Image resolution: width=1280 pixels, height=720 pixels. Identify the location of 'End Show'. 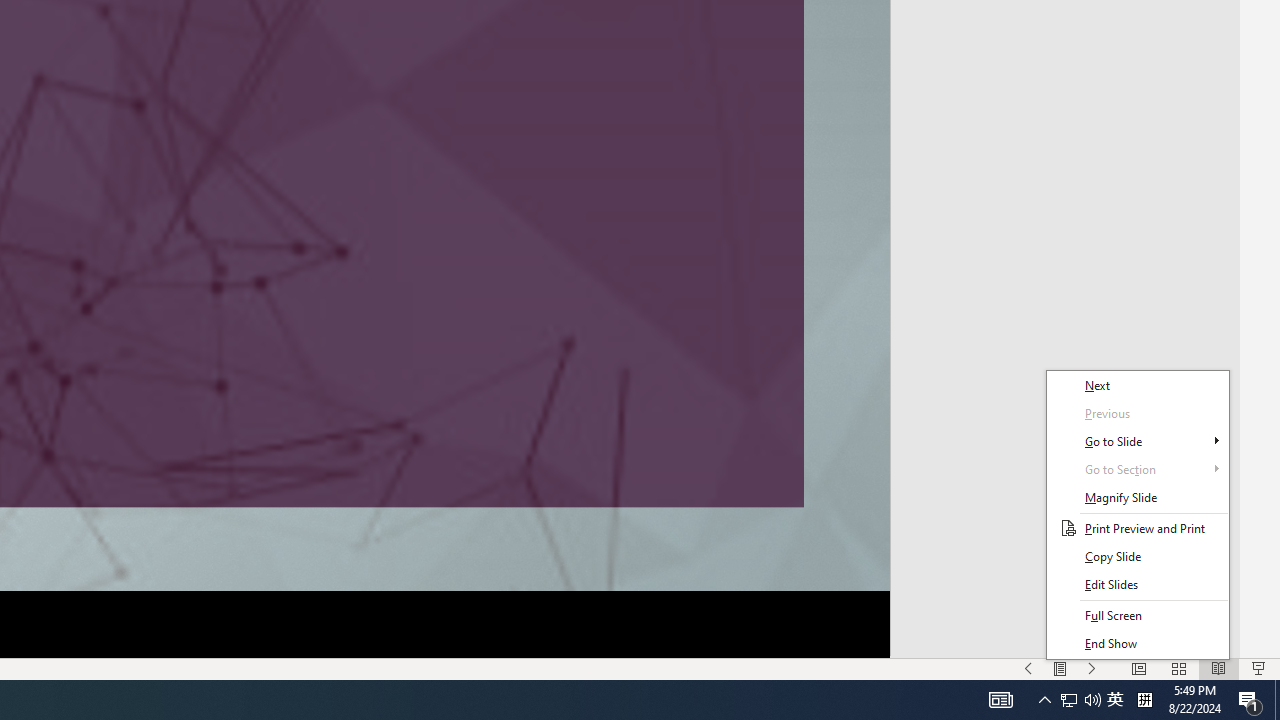
(1137, 644).